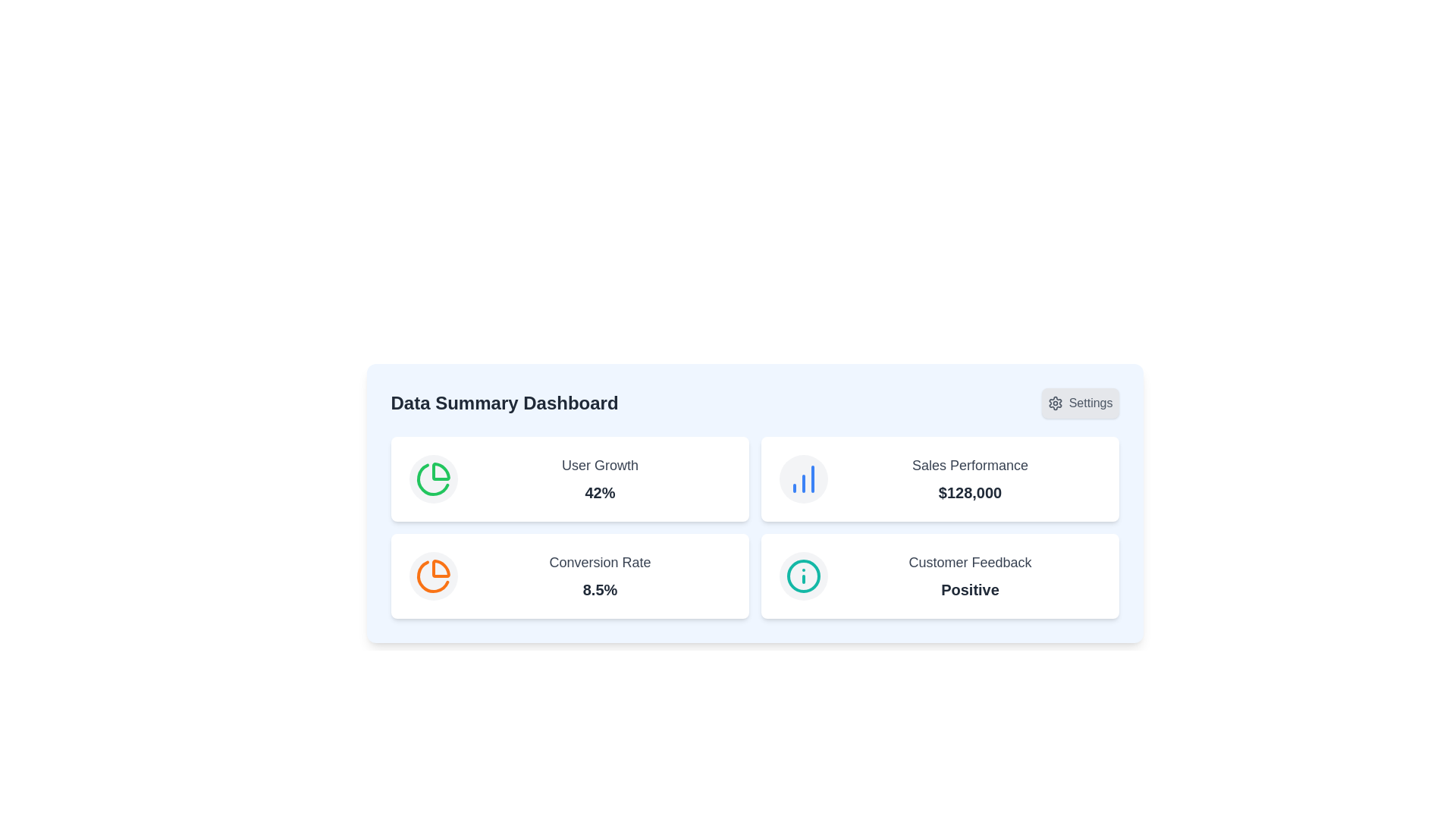 The width and height of the screenshot is (1456, 819). Describe the element at coordinates (432, 576) in the screenshot. I see `the circular icon with an orange pie chart inside the 'Conversion Rate' section of the dashboard, which is located at the top-left corner of the card labeled 'Conversion Rate'` at that location.